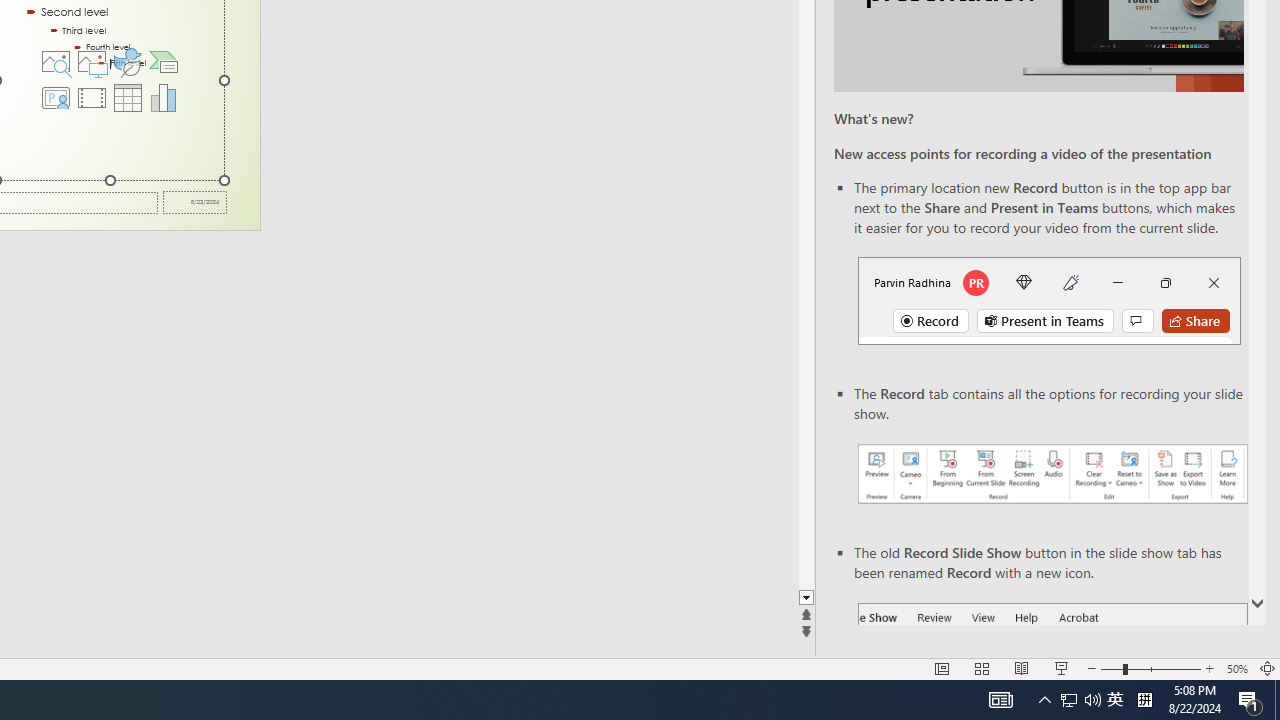  I want to click on 'Stock Images', so click(55, 60).